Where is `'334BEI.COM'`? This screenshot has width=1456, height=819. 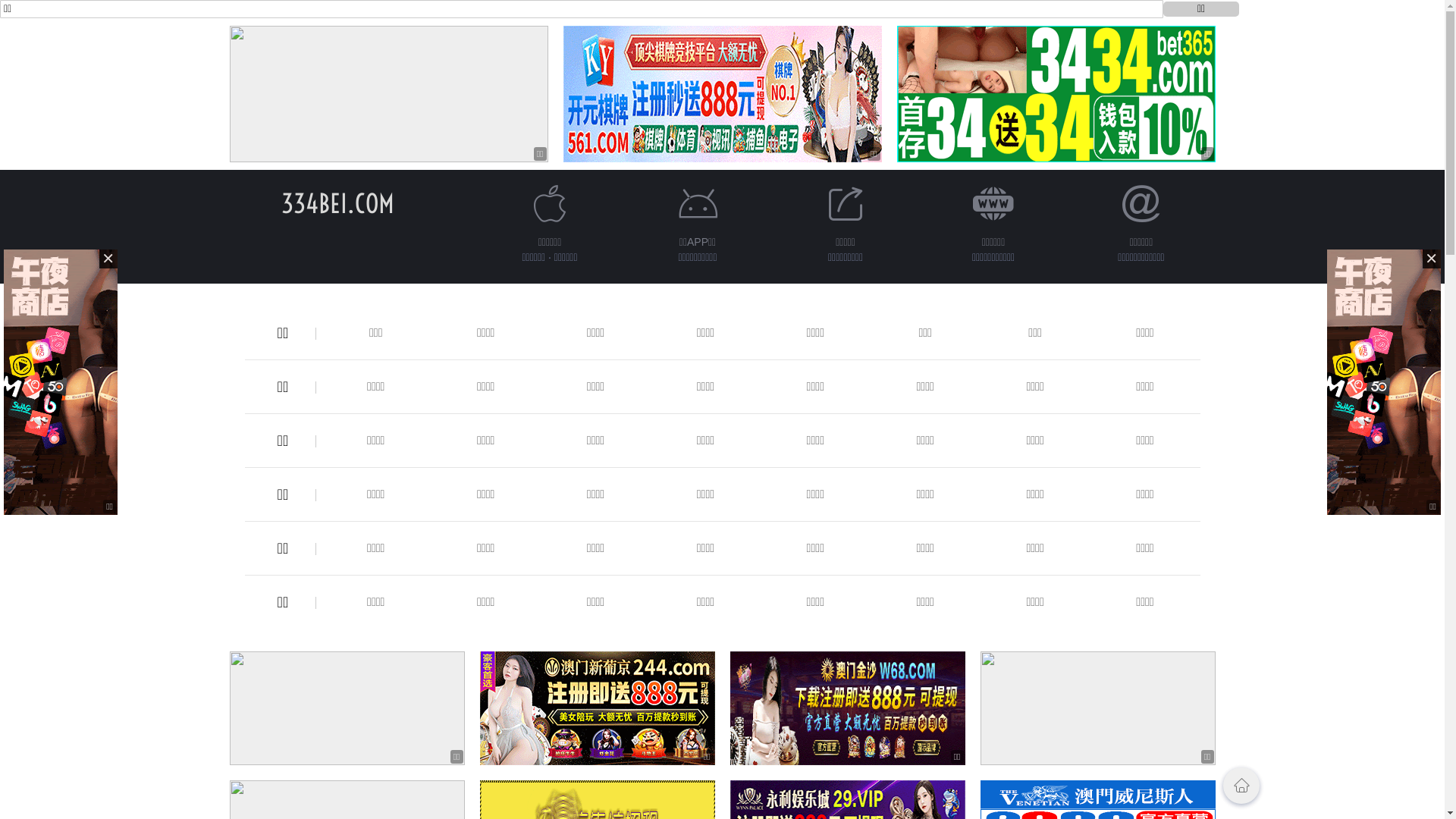 '334BEI.COM' is located at coordinates (337, 202).